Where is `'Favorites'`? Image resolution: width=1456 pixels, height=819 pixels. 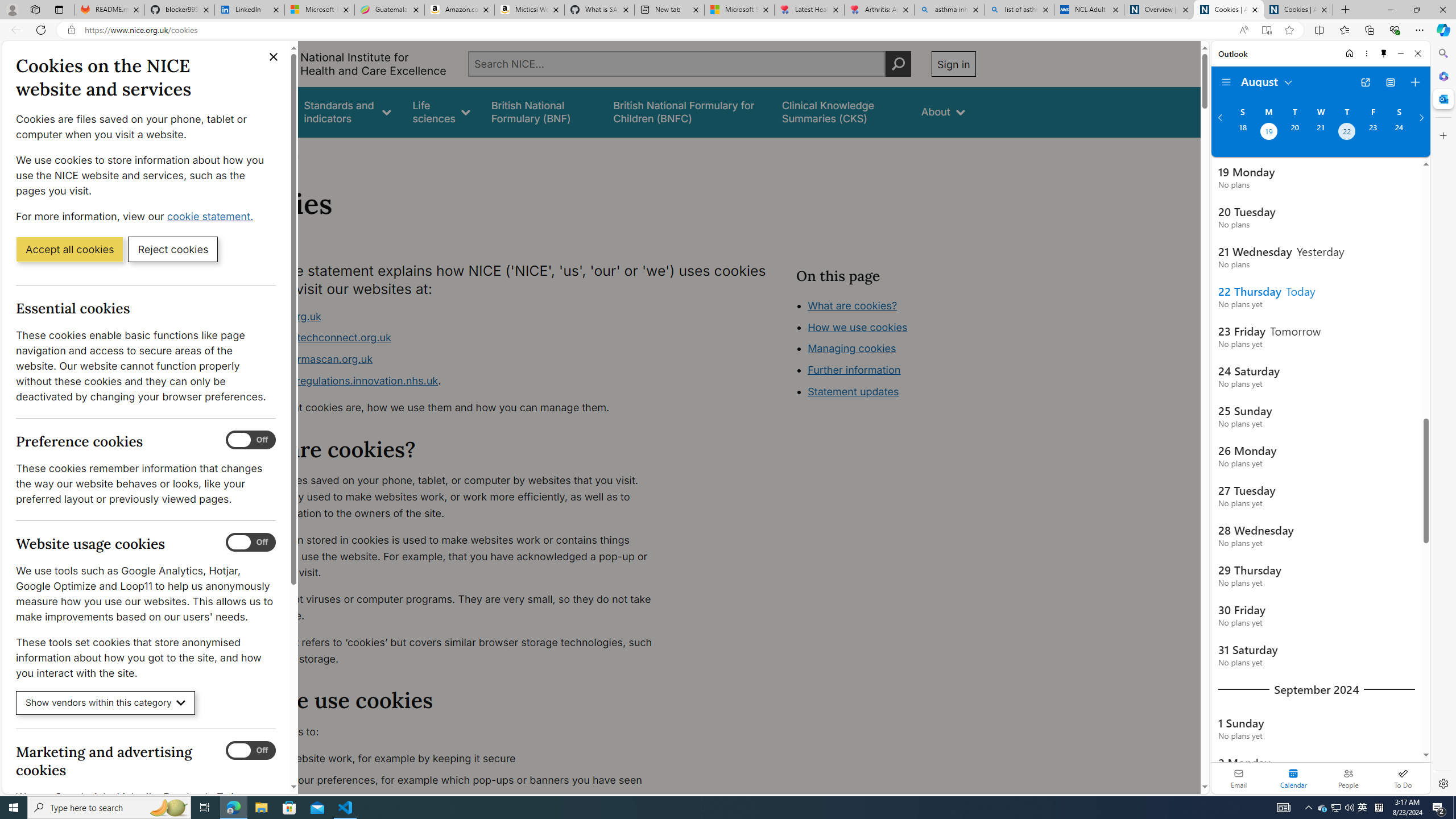
'Favorites' is located at coordinates (1345, 29).